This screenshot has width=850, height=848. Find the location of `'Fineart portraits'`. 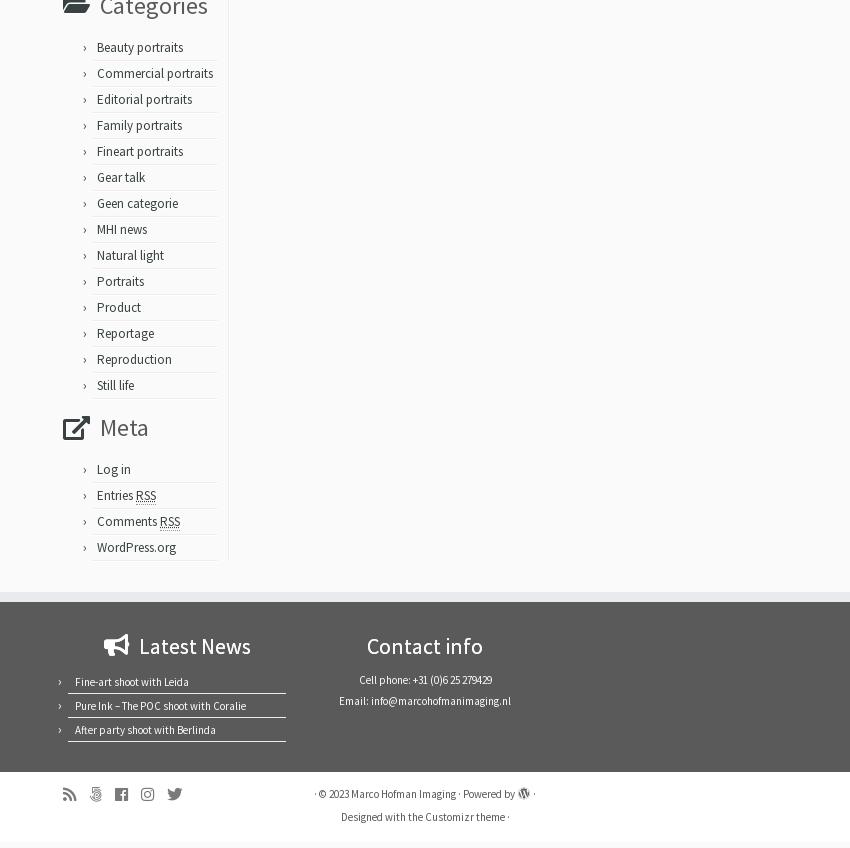

'Fineart portraits' is located at coordinates (139, 157).